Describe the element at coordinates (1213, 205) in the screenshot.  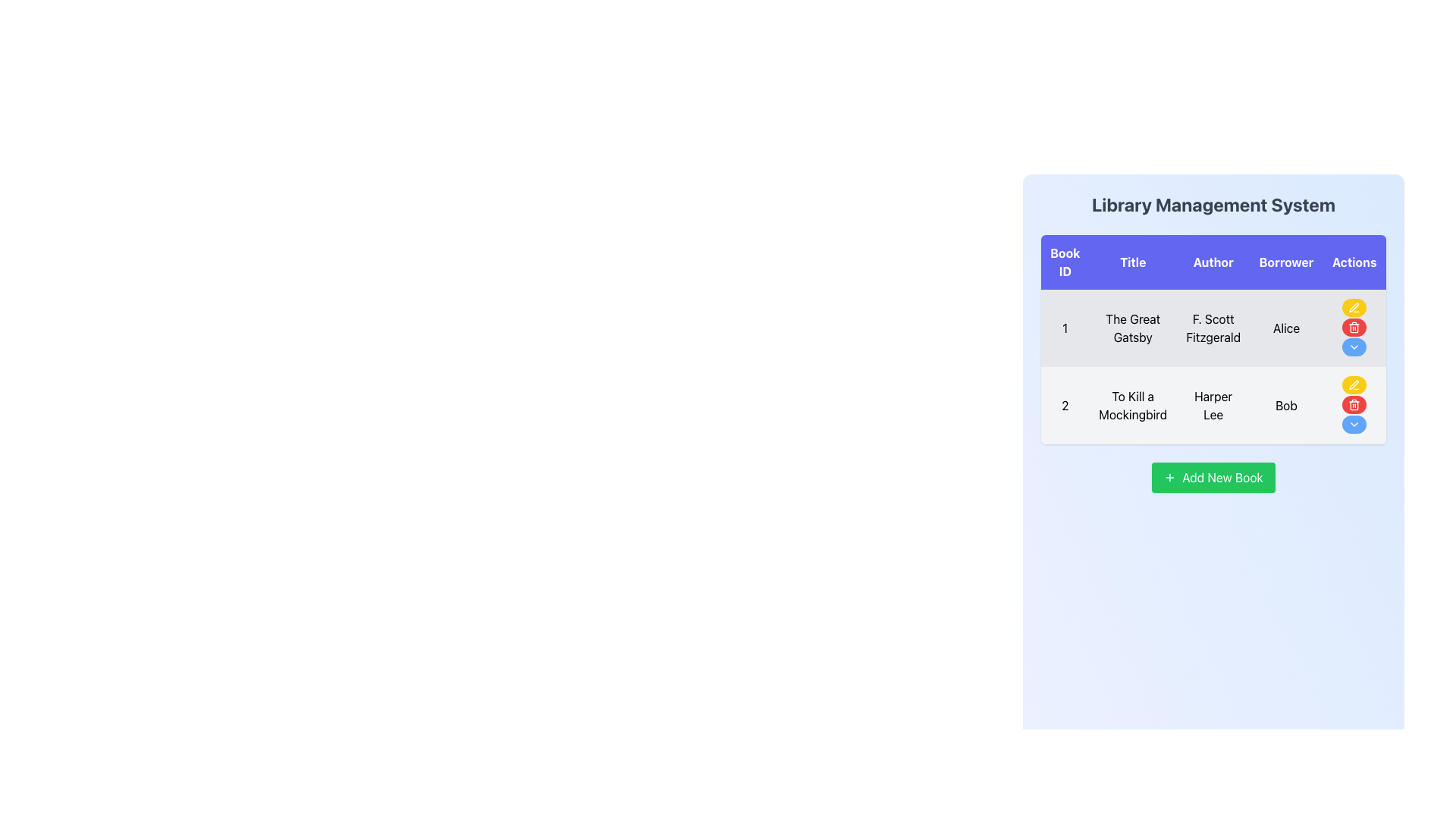
I see `the Text Heading for the Library Management System, which is positioned at the top of a section above a table layout and centered horizontally within a gradient background` at that location.